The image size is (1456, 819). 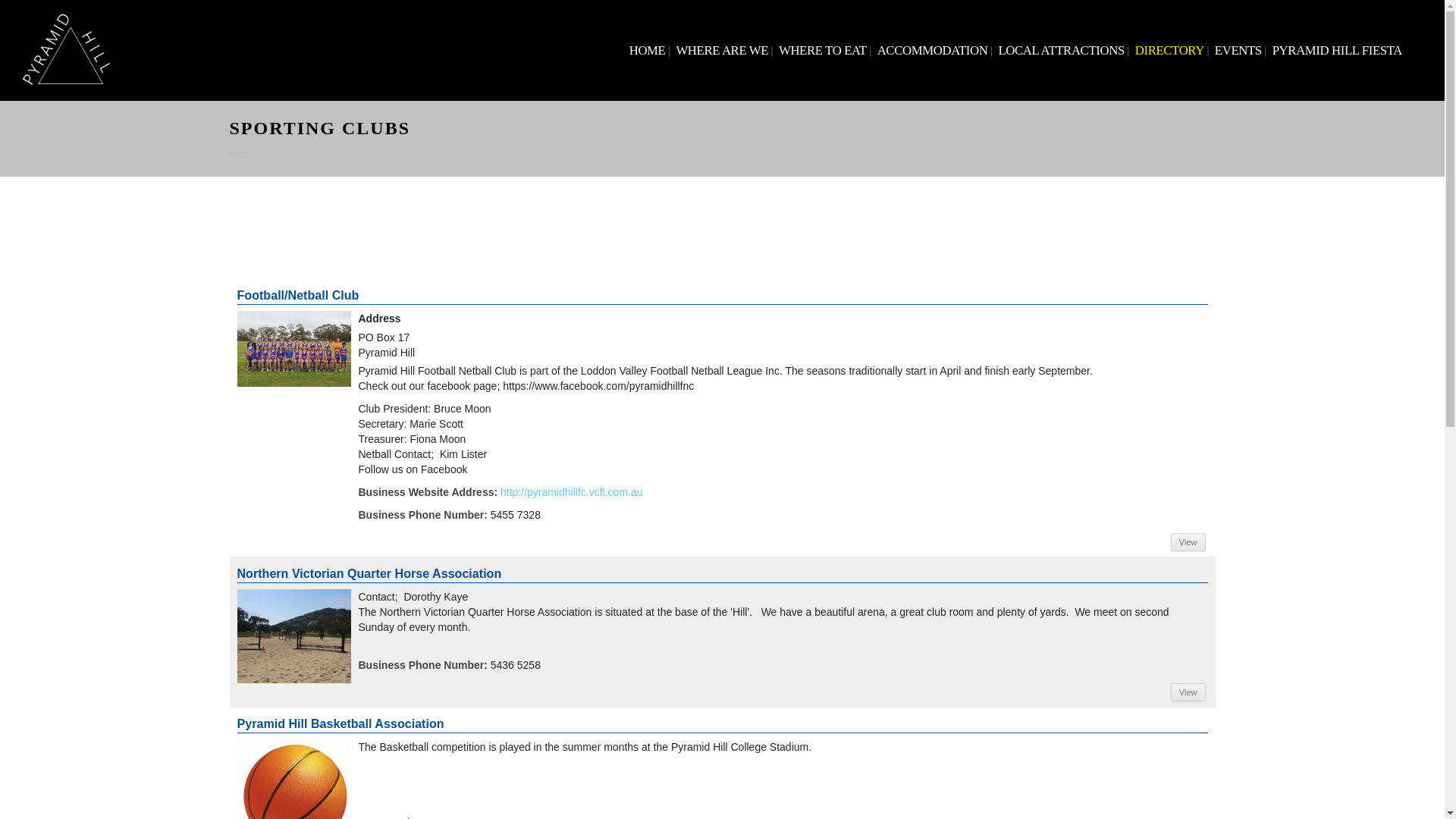 I want to click on 'Football/Netball Club', so click(x=293, y=348).